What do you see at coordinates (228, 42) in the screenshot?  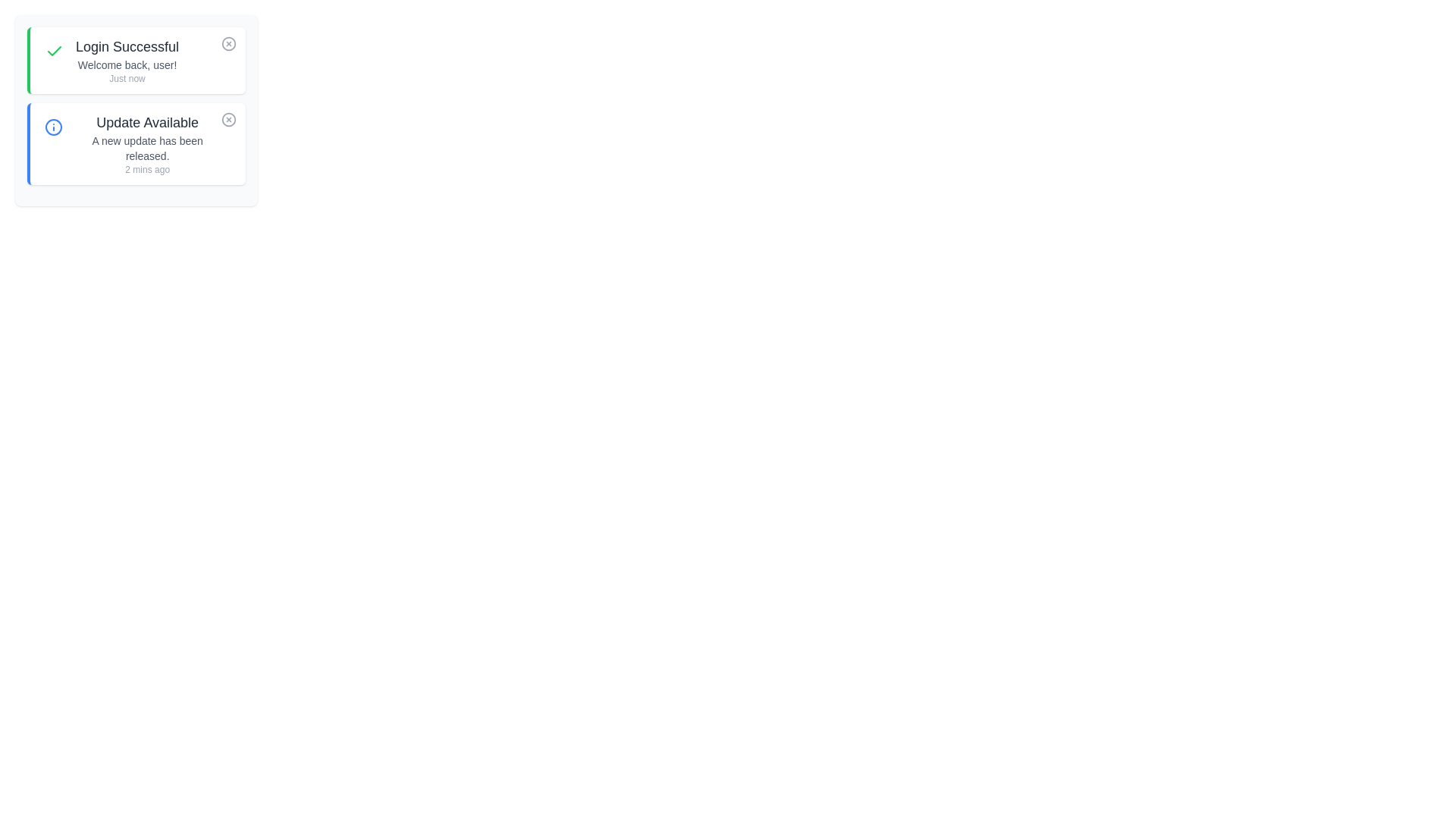 I see `the outlined circle element within the icon` at bounding box center [228, 42].